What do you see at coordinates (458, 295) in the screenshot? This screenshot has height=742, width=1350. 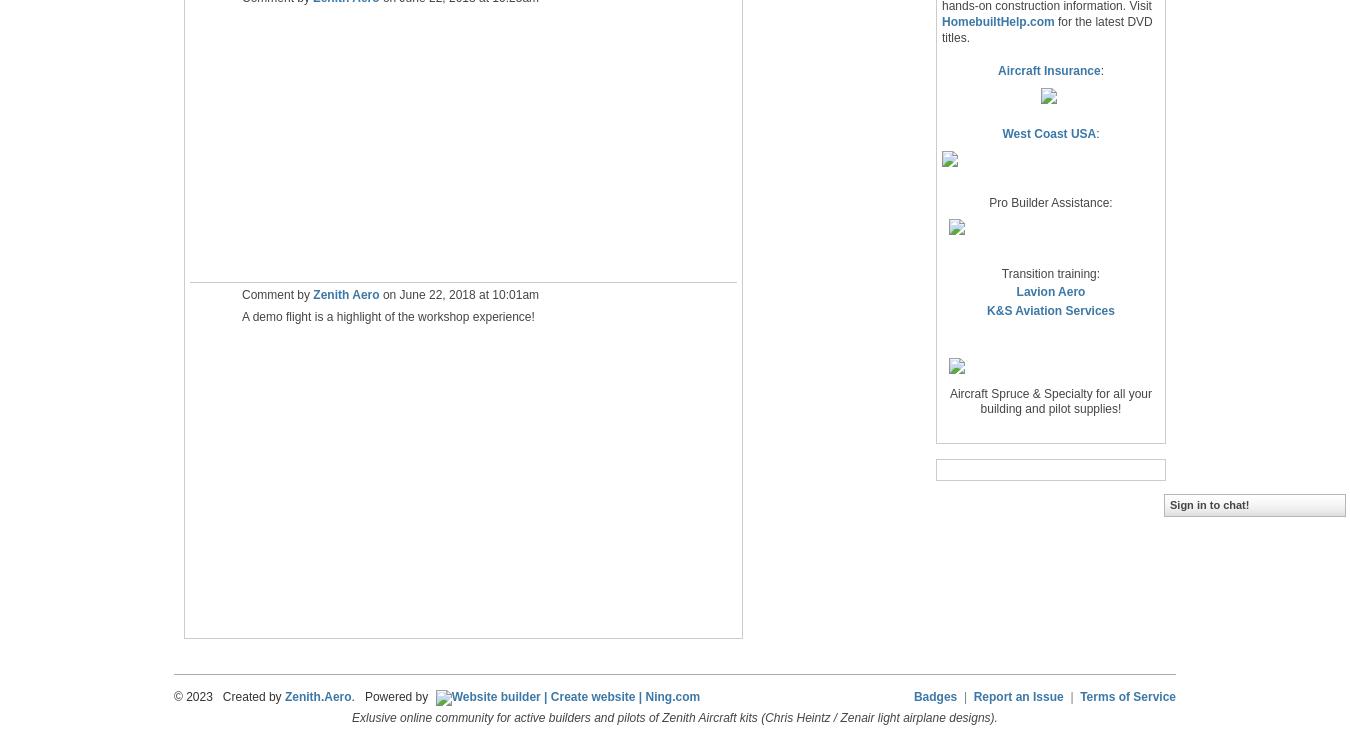 I see `'on June 22, 2018 at 10:01am'` at bounding box center [458, 295].